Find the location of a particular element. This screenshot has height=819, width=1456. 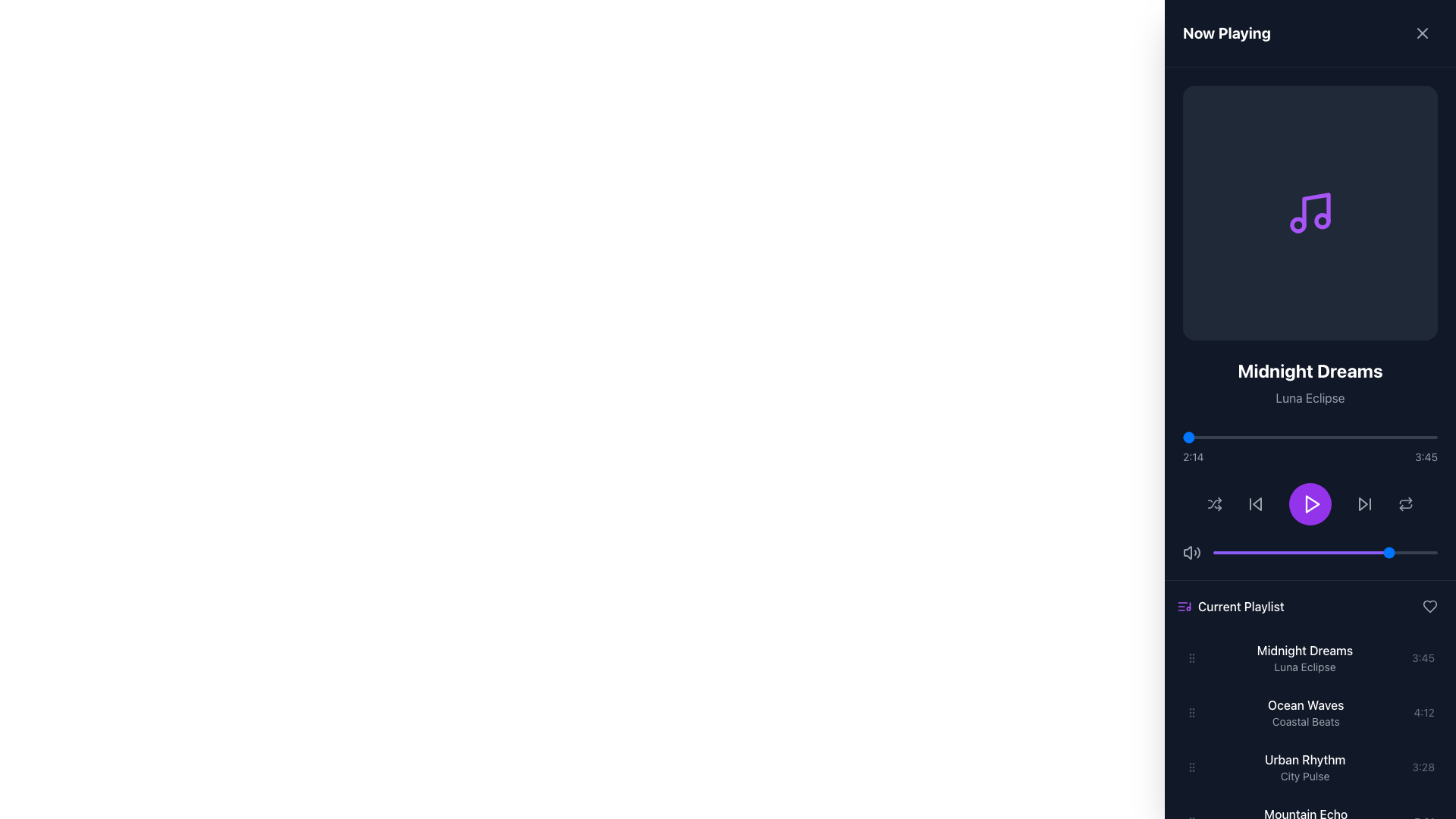

the first track item in the playlist titled 'Midnight Dreams' is located at coordinates (1310, 657).